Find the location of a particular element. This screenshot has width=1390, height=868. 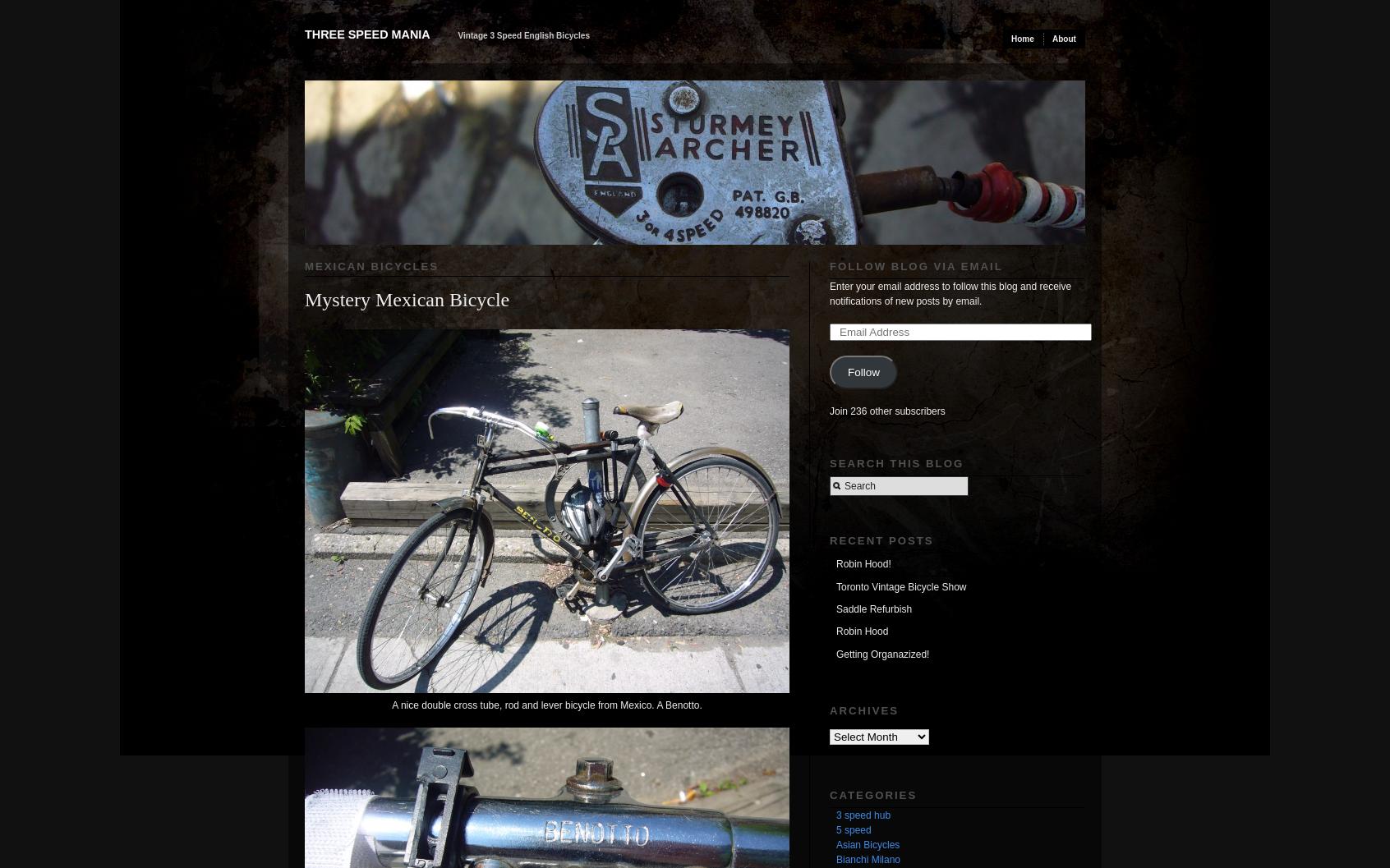

'Follow' is located at coordinates (845, 372).